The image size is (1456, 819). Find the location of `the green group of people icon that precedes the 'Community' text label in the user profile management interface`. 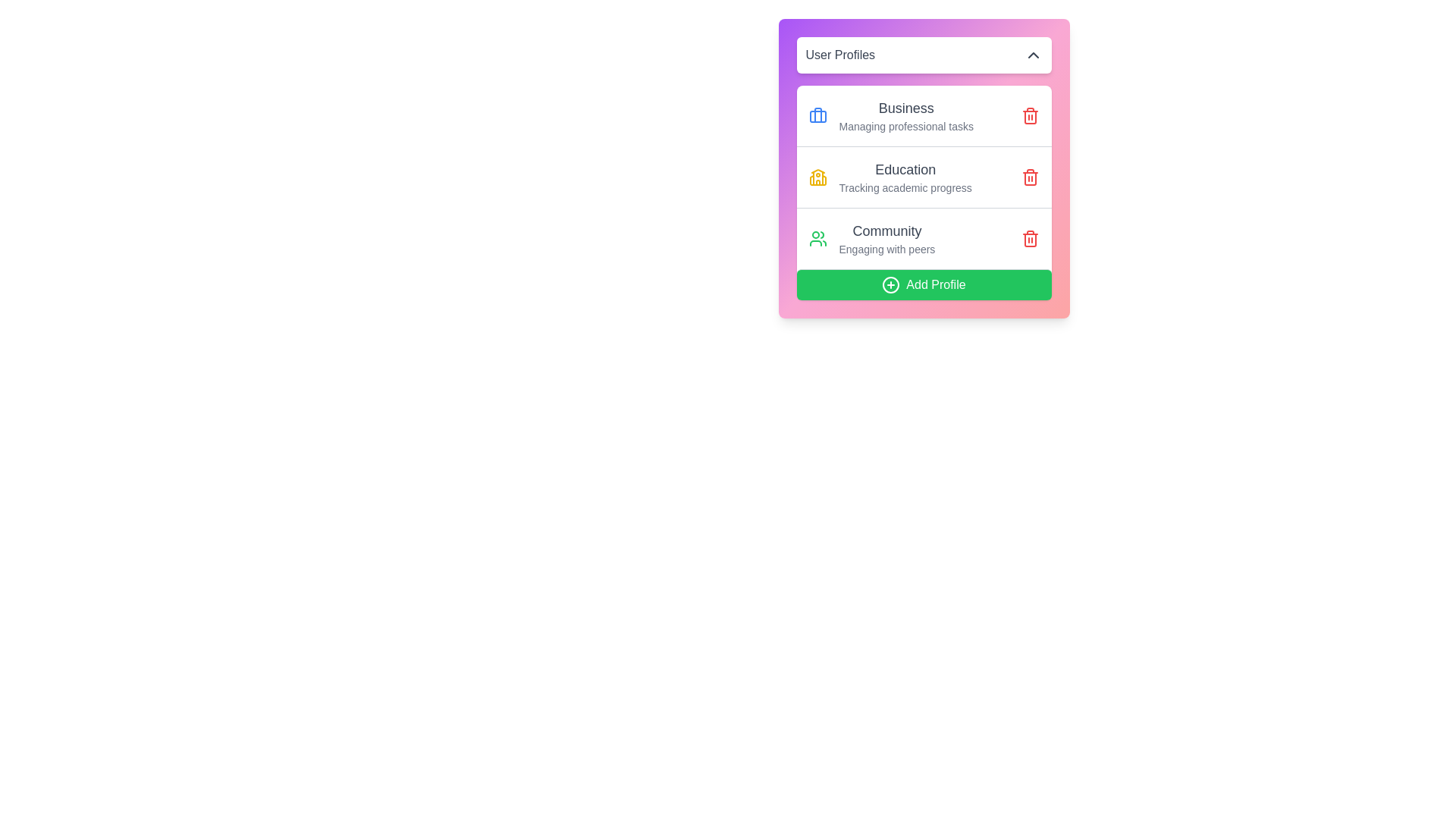

the green group of people icon that precedes the 'Community' text label in the user profile management interface is located at coordinates (817, 239).